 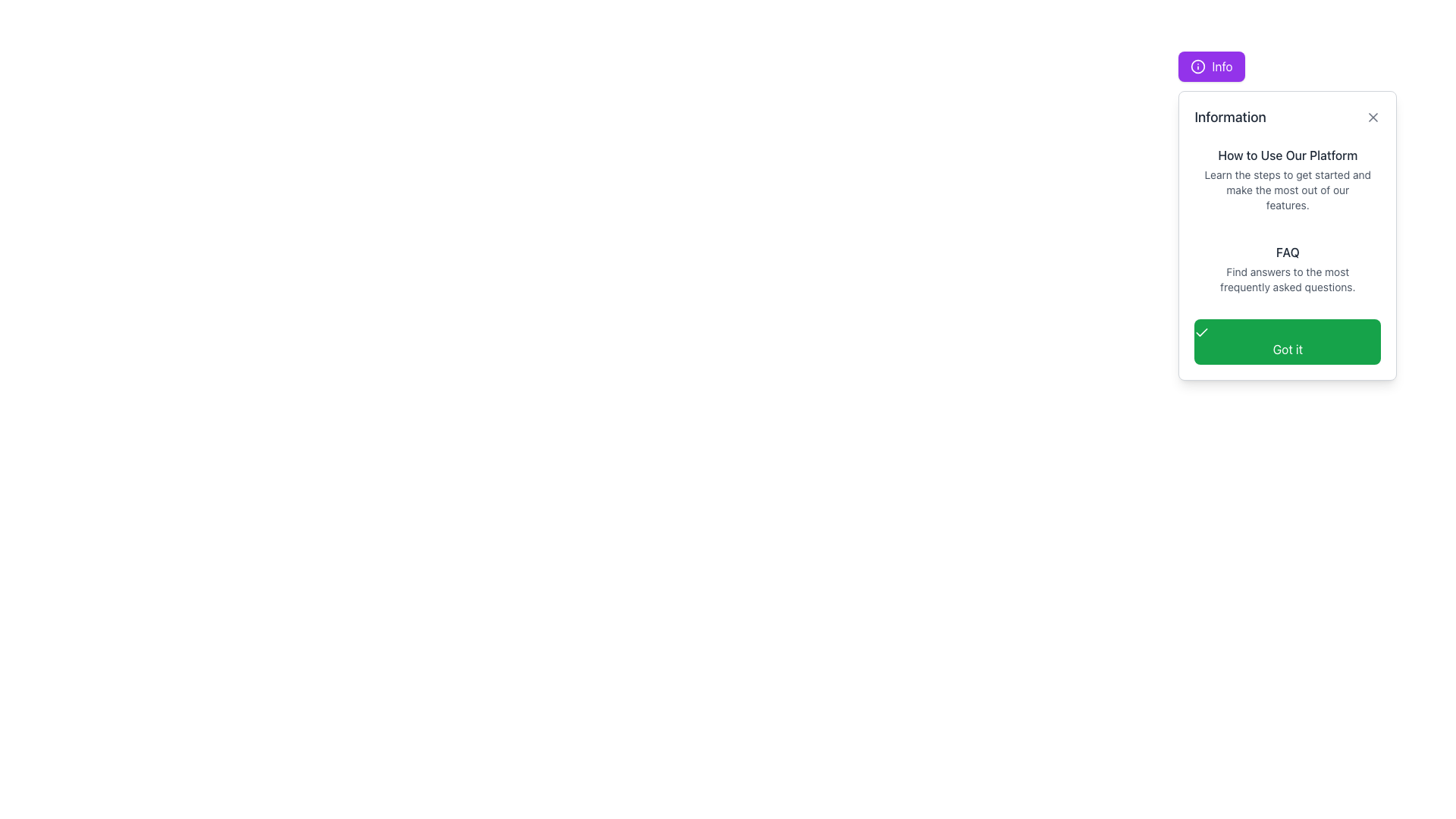 I want to click on the bold text label reading 'FAQ', which is styled with a medium font weight and dark gray color on a white background, located centered horizontally within the modal window, so click(x=1287, y=251).